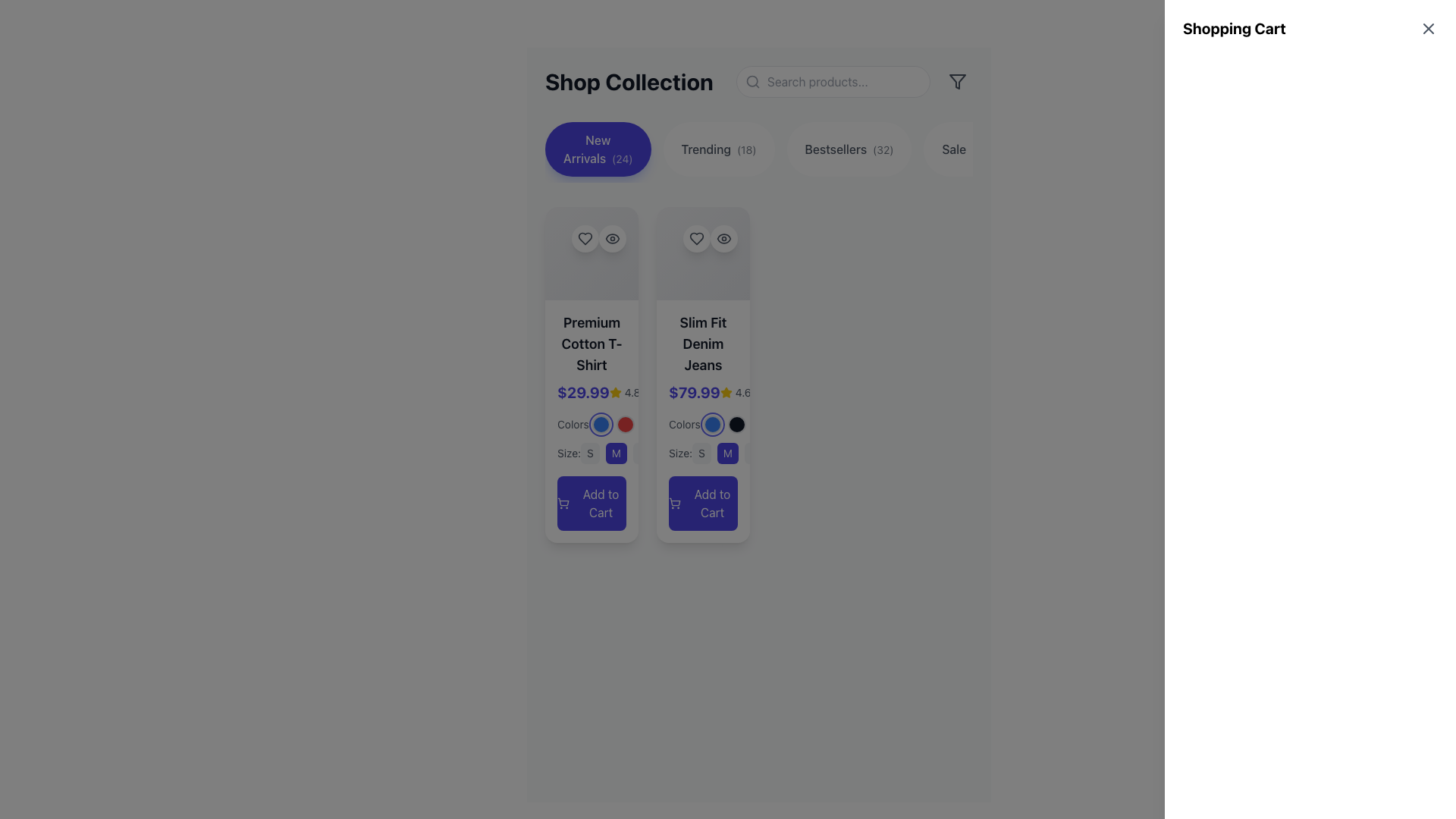  I want to click on the funnel/filter icon located in the upper-right corner of the navigation panel, so click(956, 82).